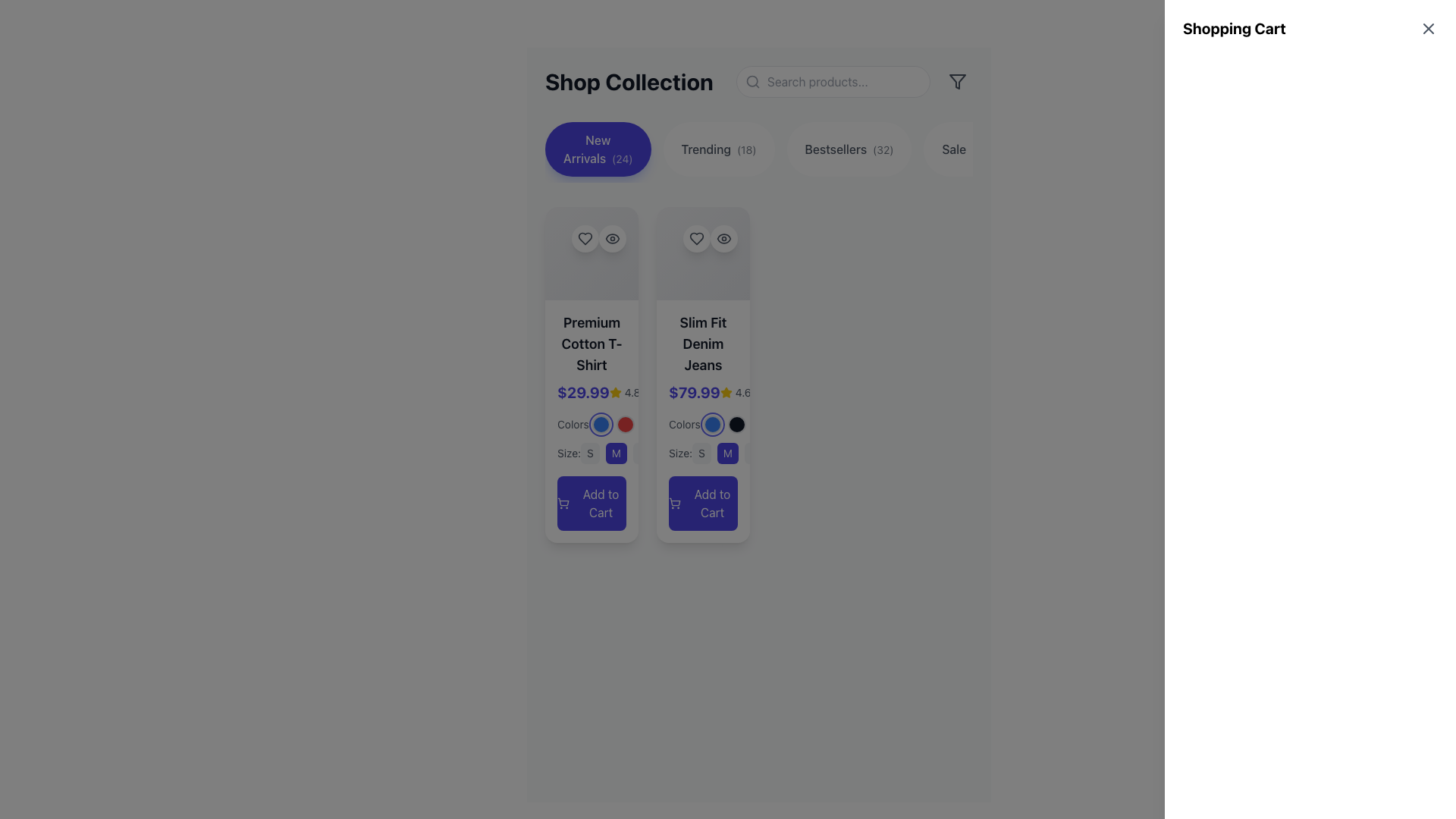  I want to click on the funnel/filter icon located in the upper-right corner of the navigation panel, so click(956, 82).